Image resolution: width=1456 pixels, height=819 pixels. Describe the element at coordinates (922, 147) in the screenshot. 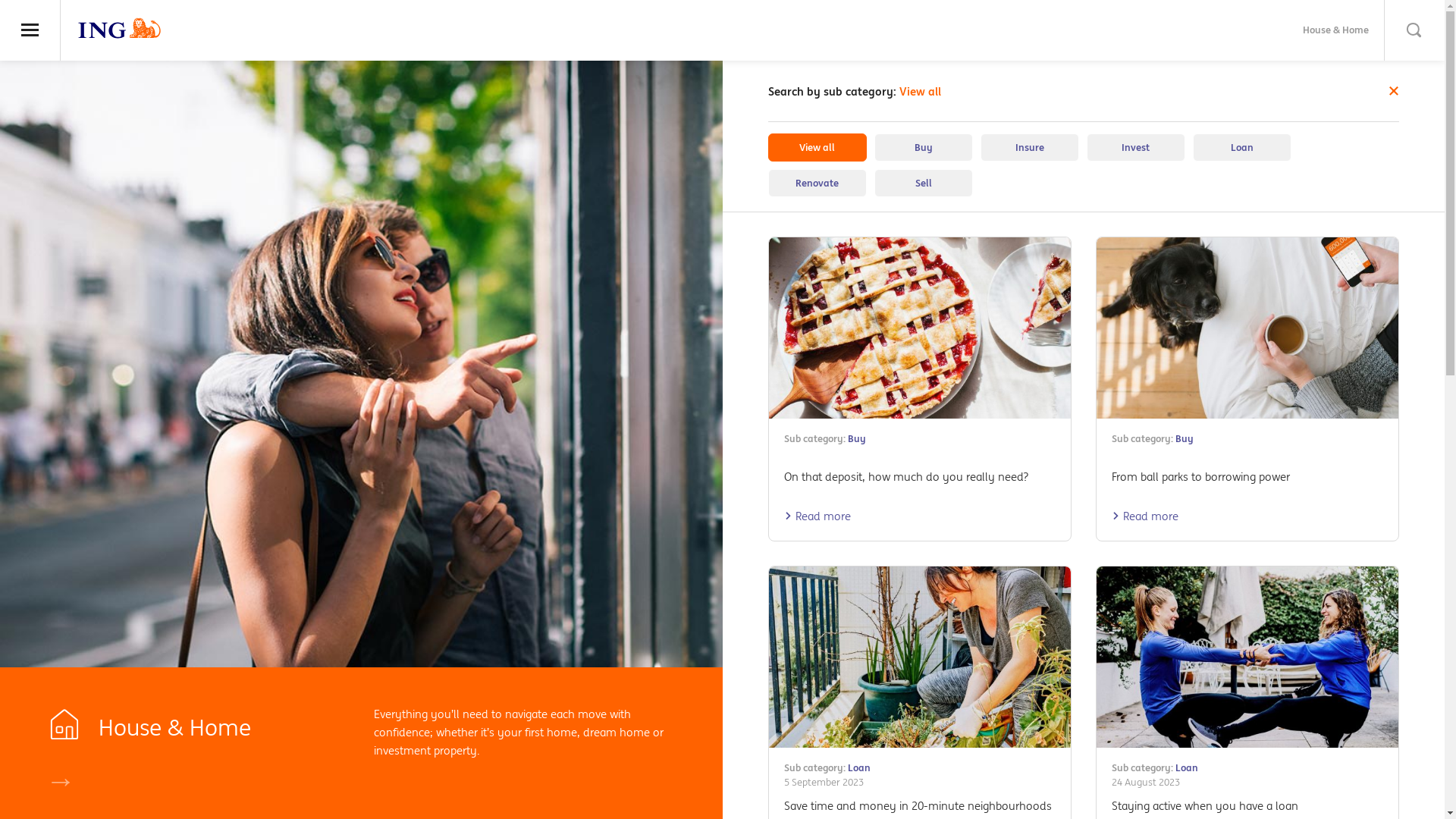

I see `'Buy'` at that location.